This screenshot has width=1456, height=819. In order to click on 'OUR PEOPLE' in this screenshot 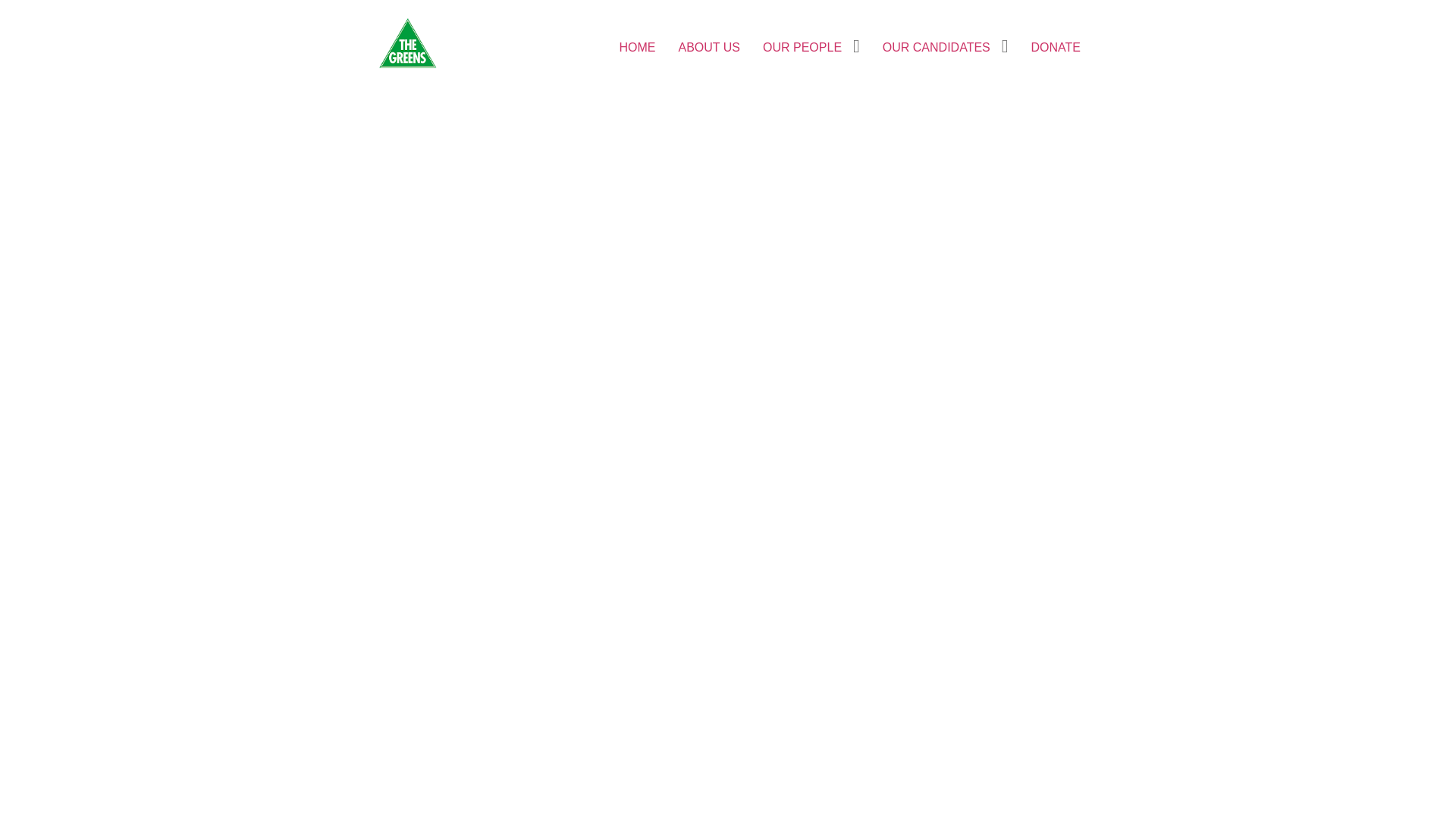, I will do `click(801, 46)`.